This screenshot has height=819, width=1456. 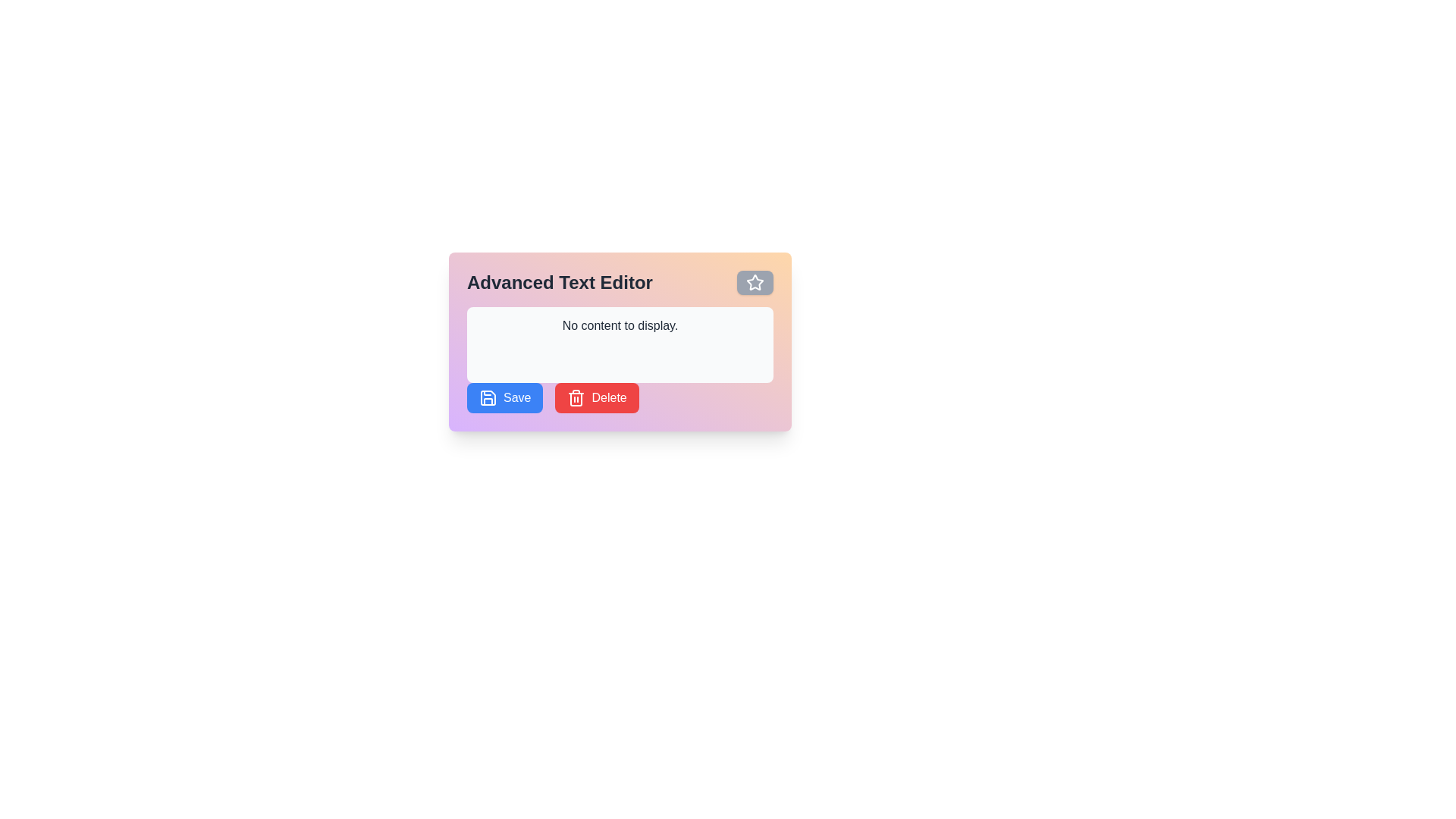 I want to click on the 'Save' button with a blue background and white text to observe the color change effect, so click(x=505, y=397).